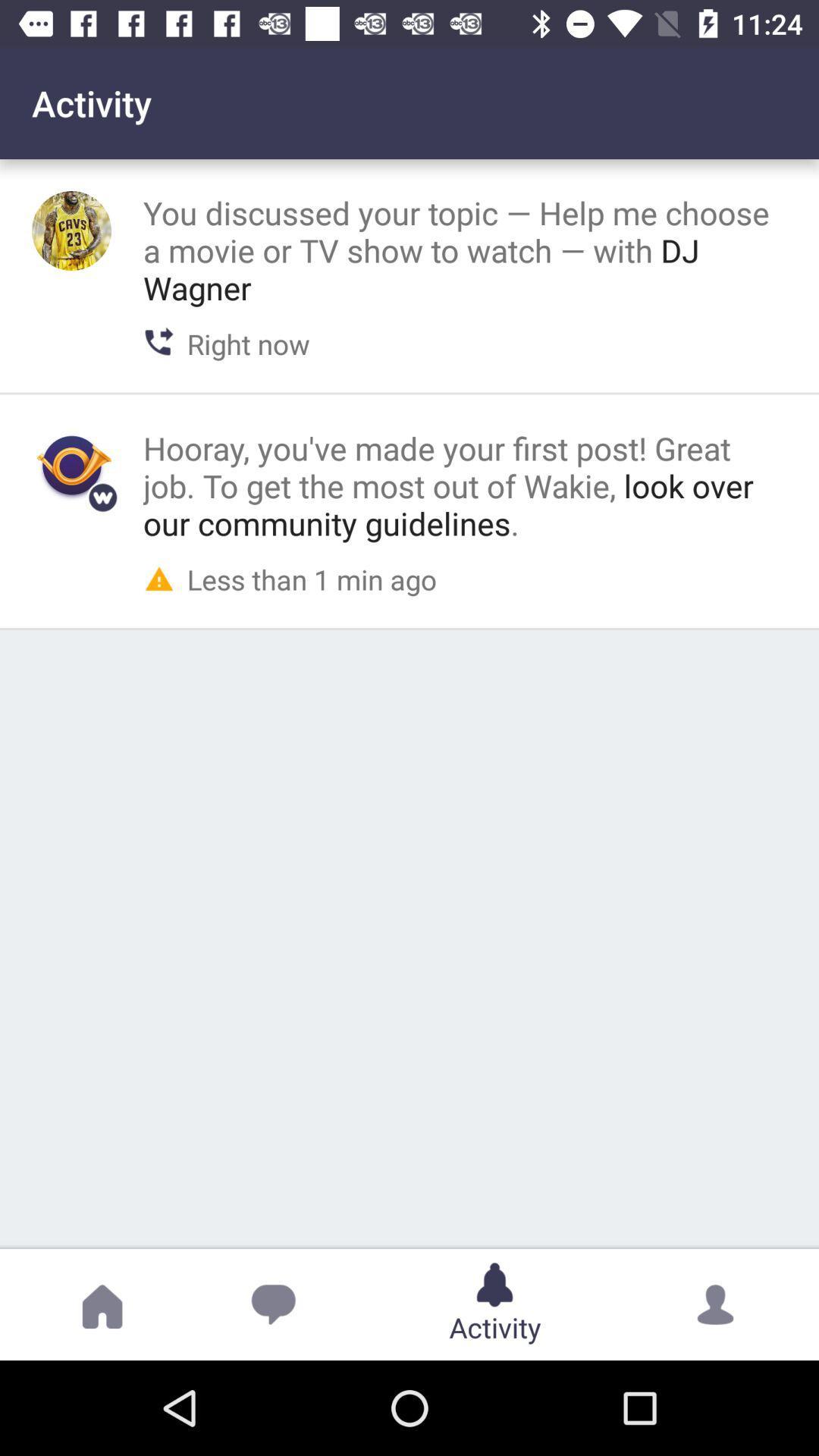 Image resolution: width=819 pixels, height=1456 pixels. I want to click on show perfil, so click(71, 230).